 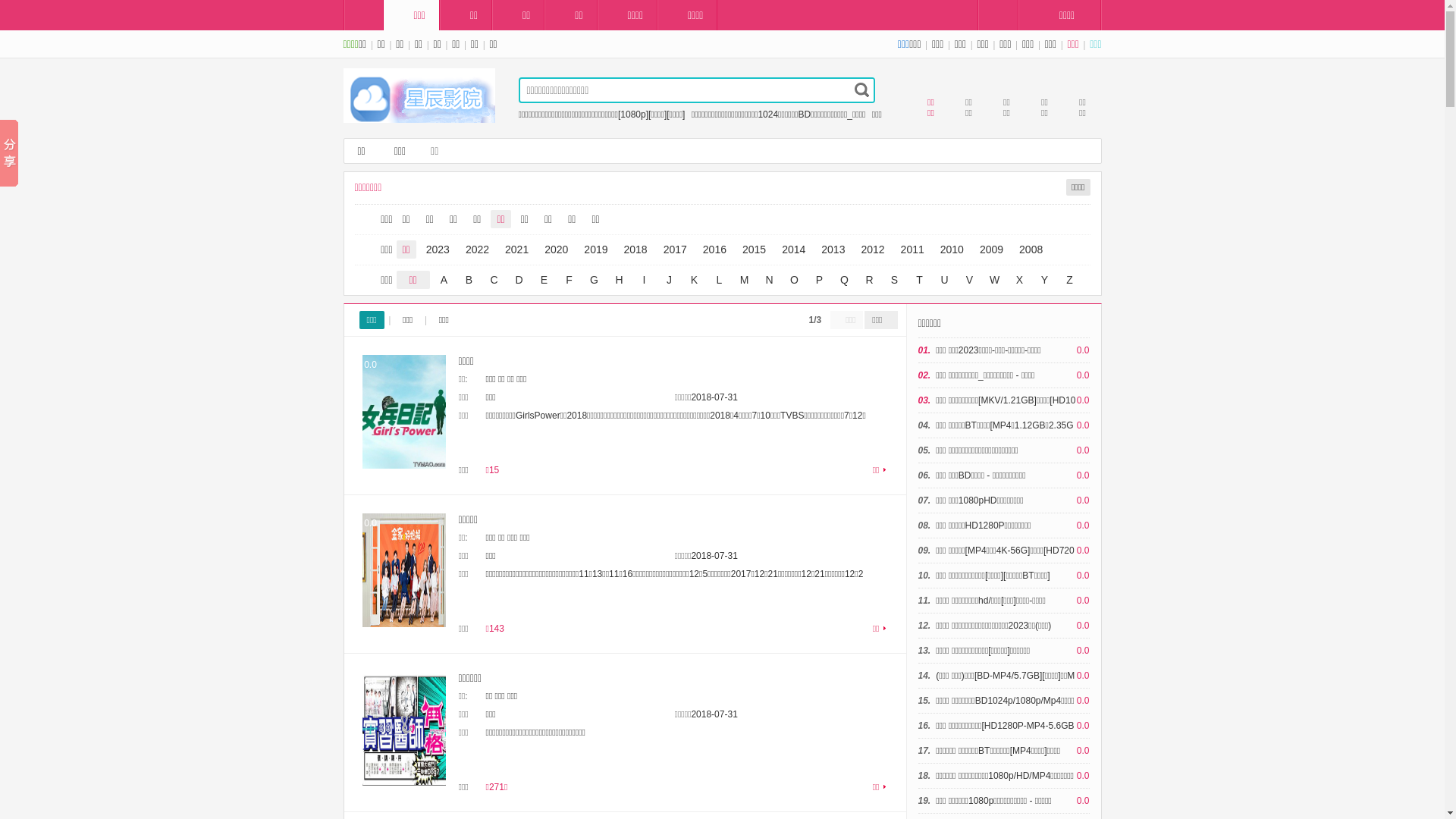 What do you see at coordinates (658, 280) in the screenshot?
I see `'J'` at bounding box center [658, 280].